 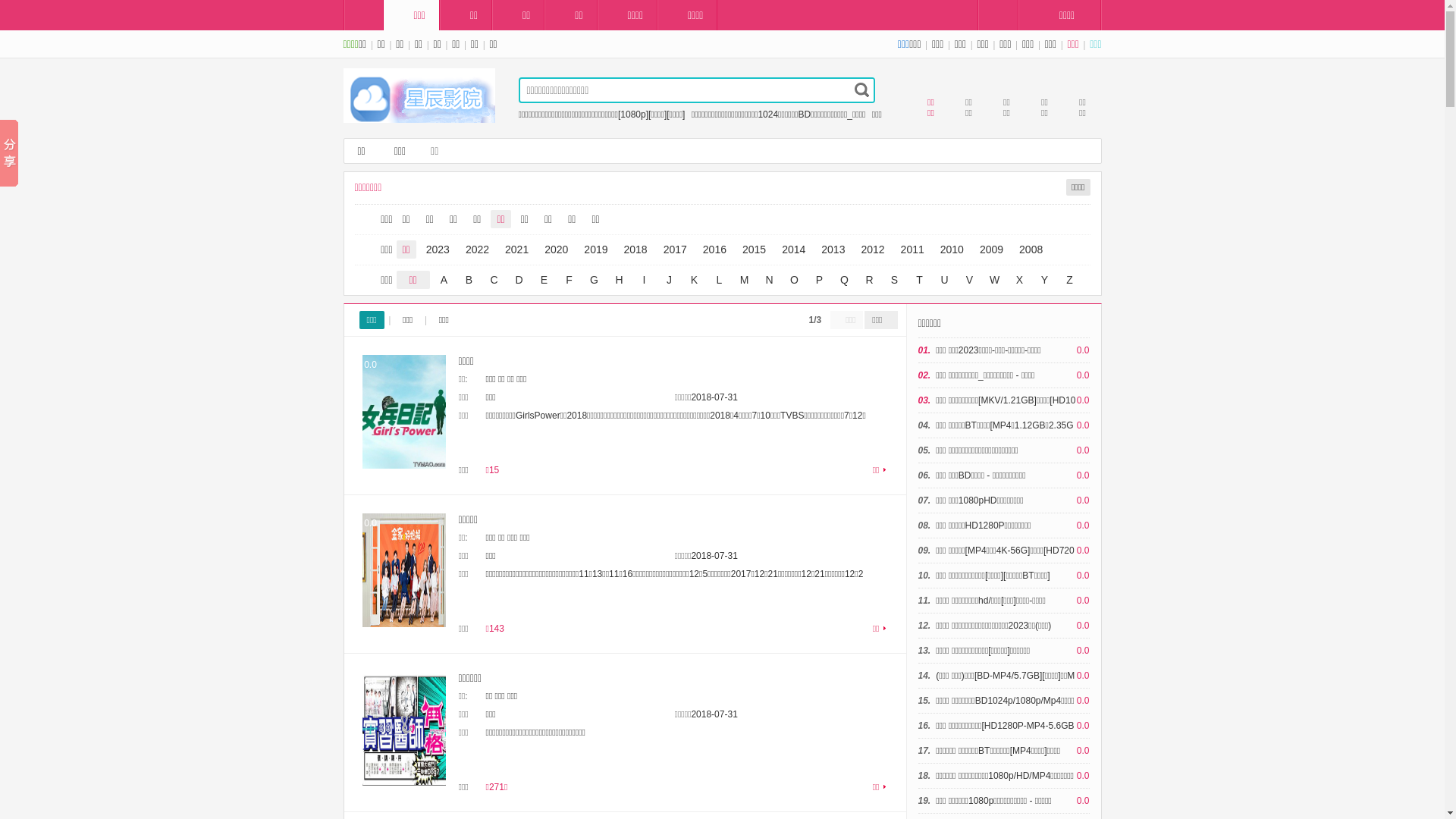 What do you see at coordinates (658, 280) in the screenshot?
I see `'J'` at bounding box center [658, 280].